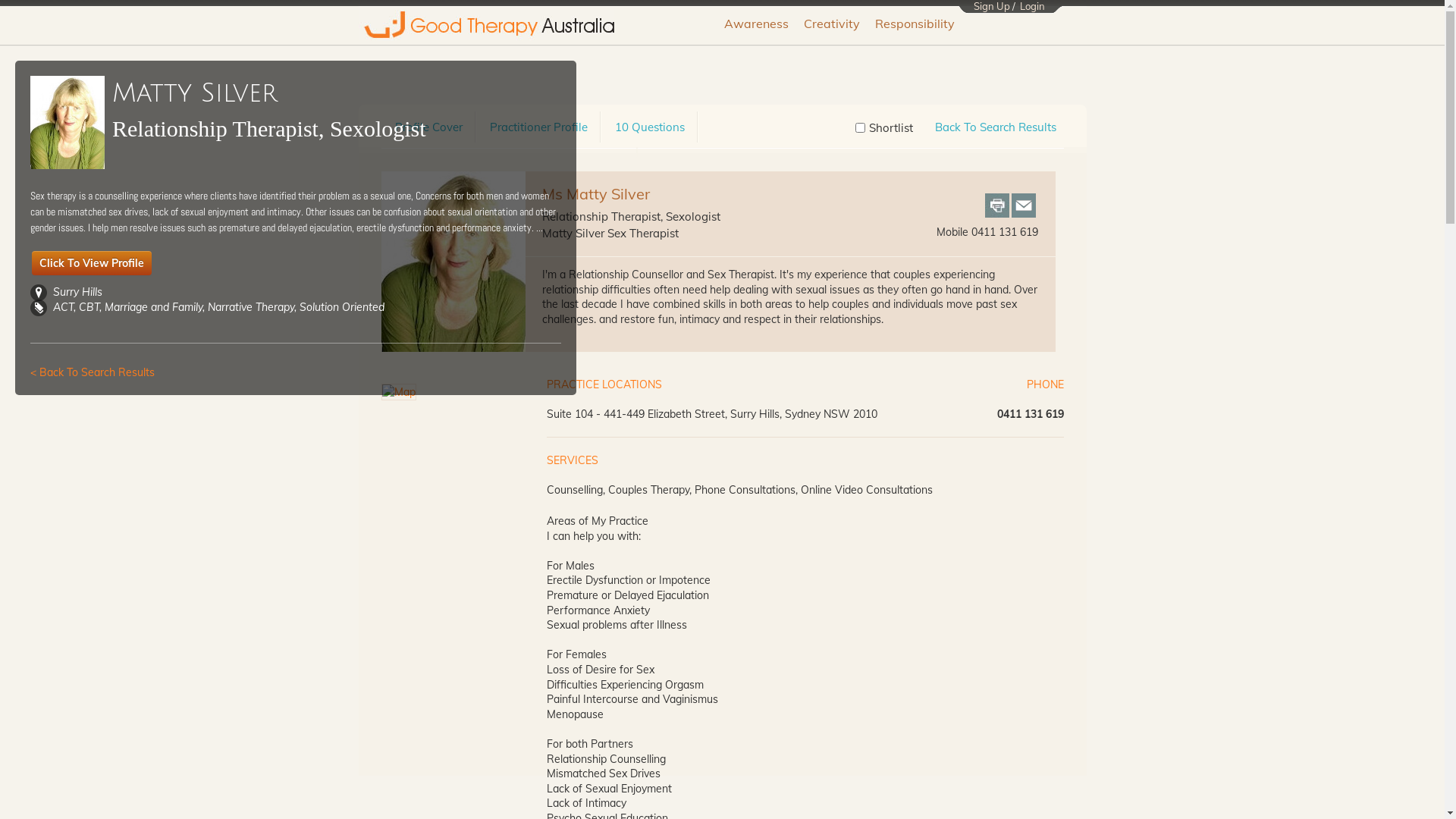  I want to click on 'Responsibility', so click(914, 25).